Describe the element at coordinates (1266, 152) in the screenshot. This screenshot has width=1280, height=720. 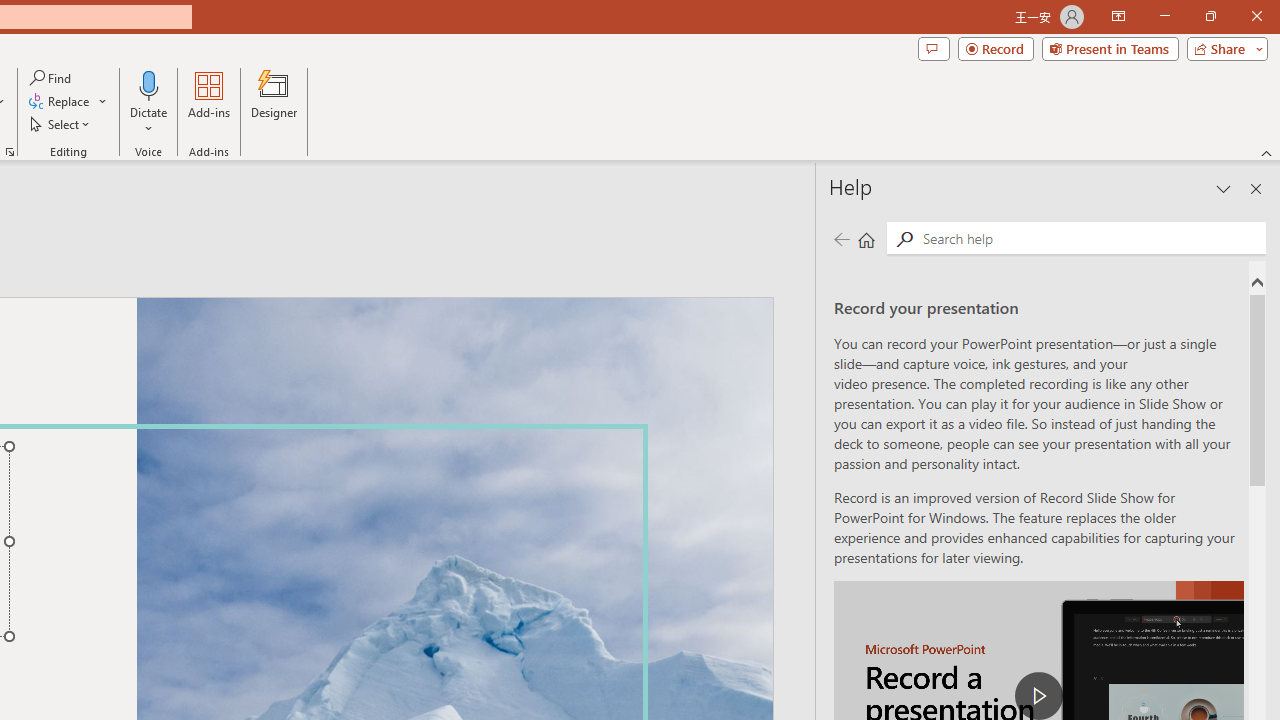
I see `'Collapse the Ribbon'` at that location.